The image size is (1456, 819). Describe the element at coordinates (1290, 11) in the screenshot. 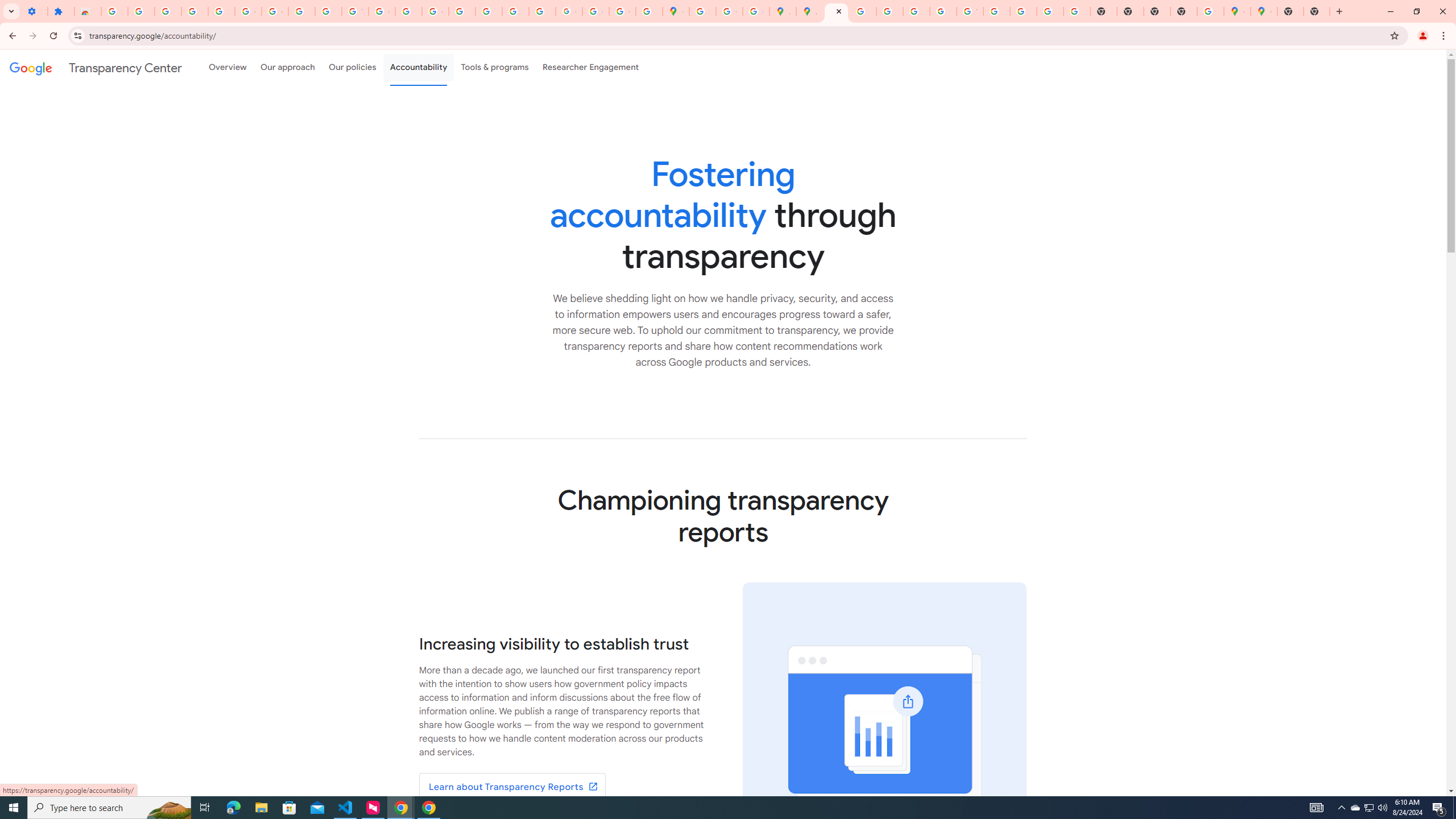

I see `'New Tab'` at that location.